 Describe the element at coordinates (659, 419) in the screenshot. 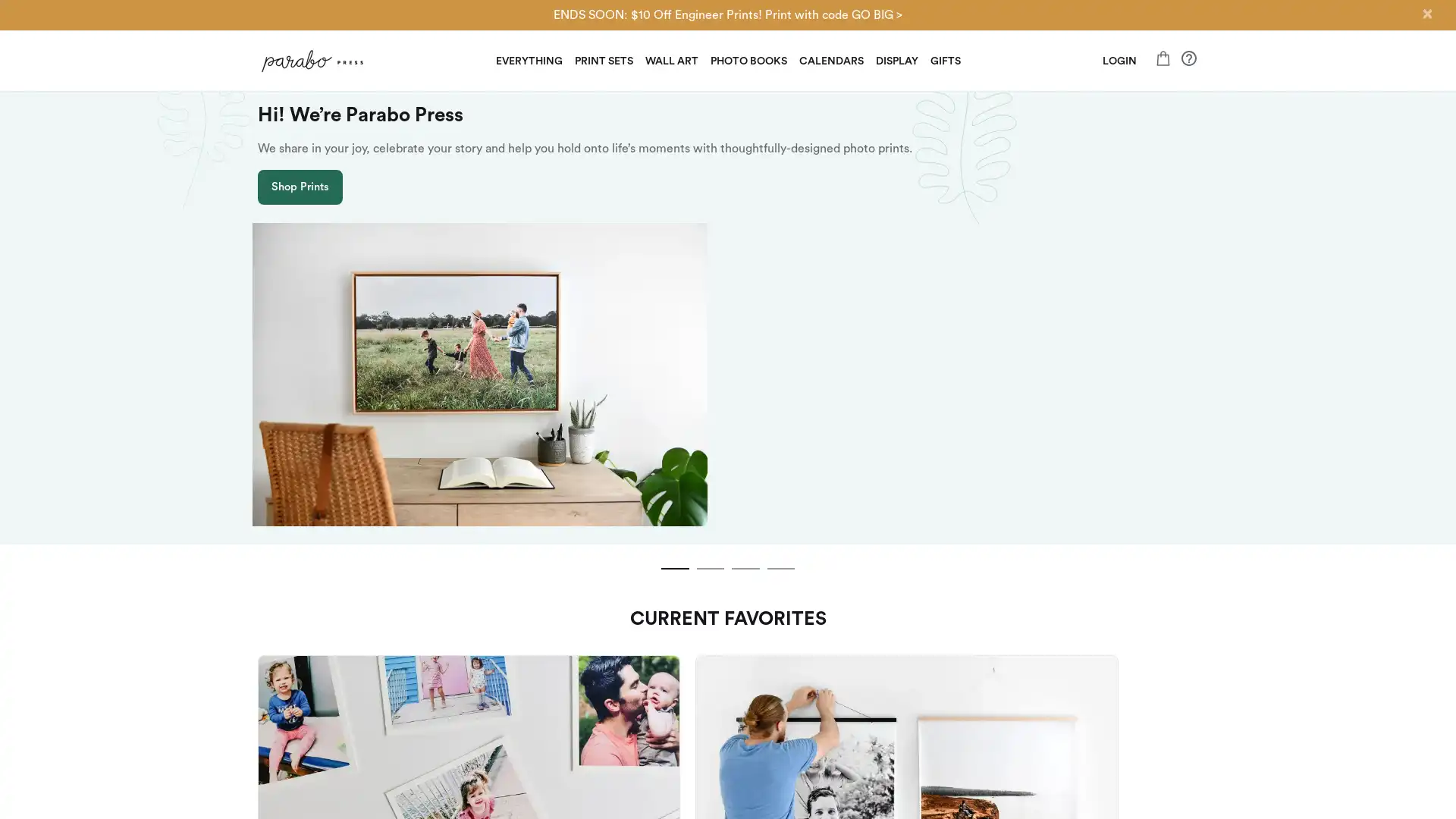

I see `slide dot` at that location.